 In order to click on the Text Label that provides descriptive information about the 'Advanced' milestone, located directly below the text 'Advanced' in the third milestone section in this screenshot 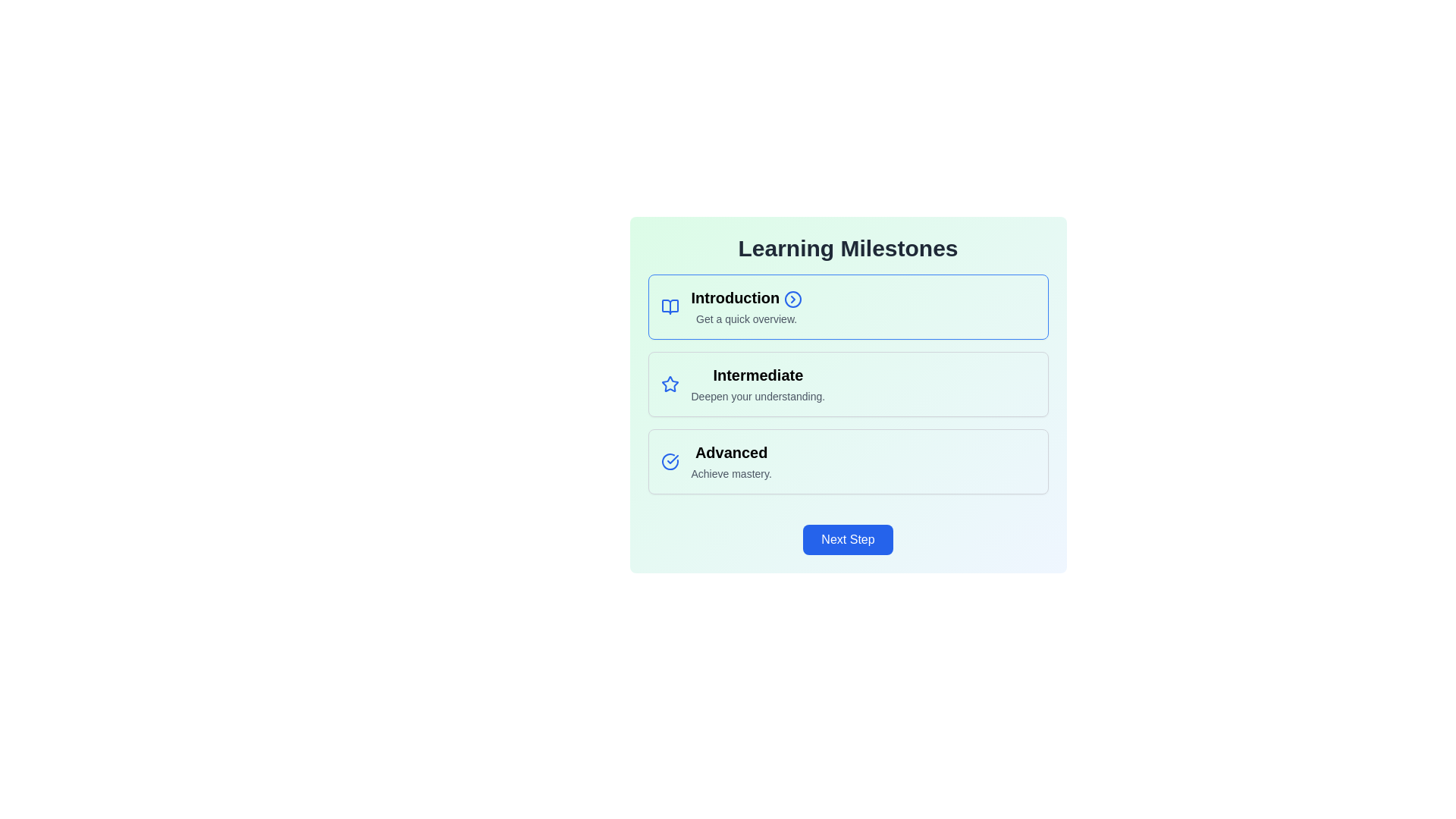, I will do `click(731, 472)`.